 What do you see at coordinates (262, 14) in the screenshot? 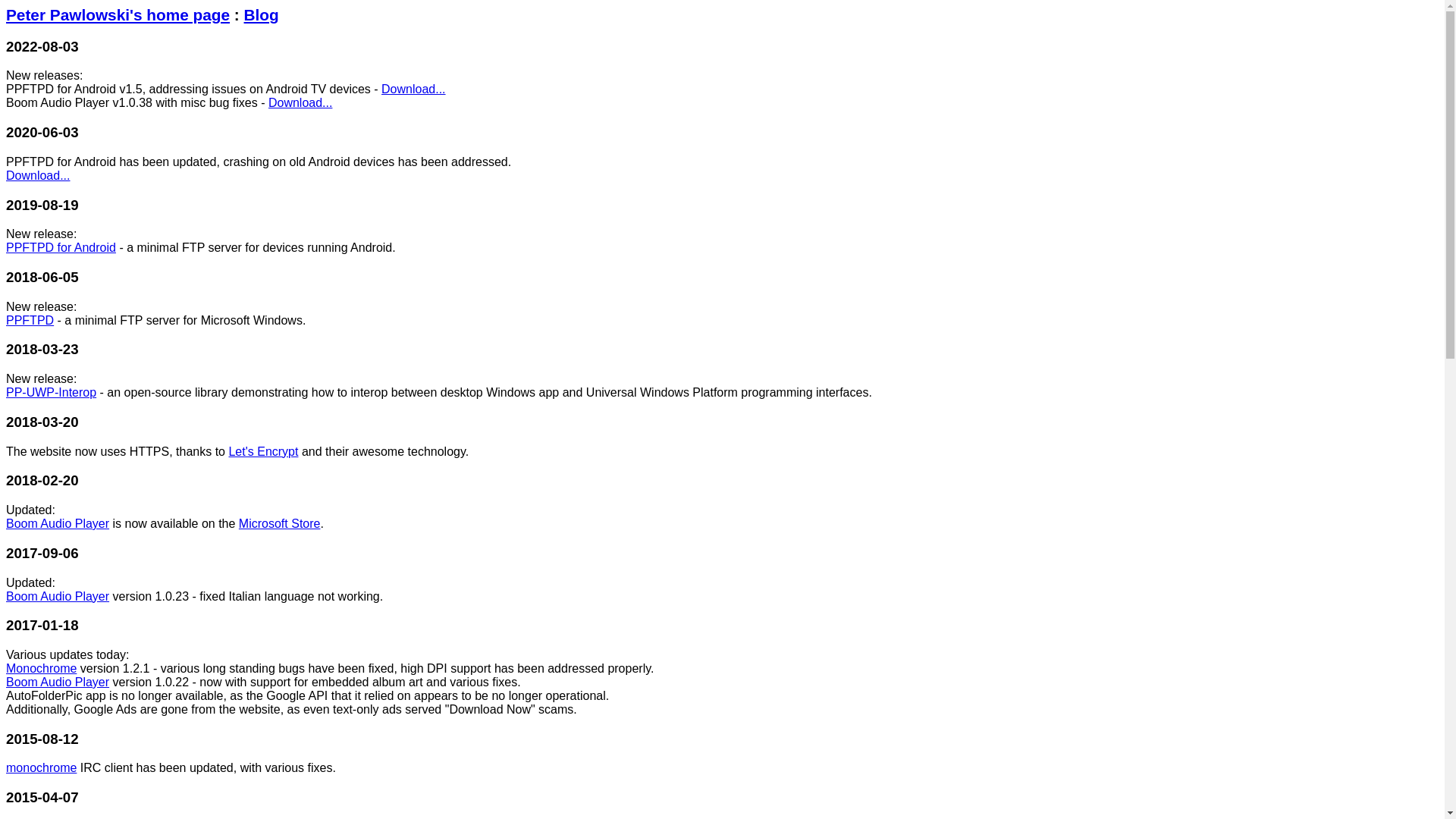
I see `'Blog'` at bounding box center [262, 14].